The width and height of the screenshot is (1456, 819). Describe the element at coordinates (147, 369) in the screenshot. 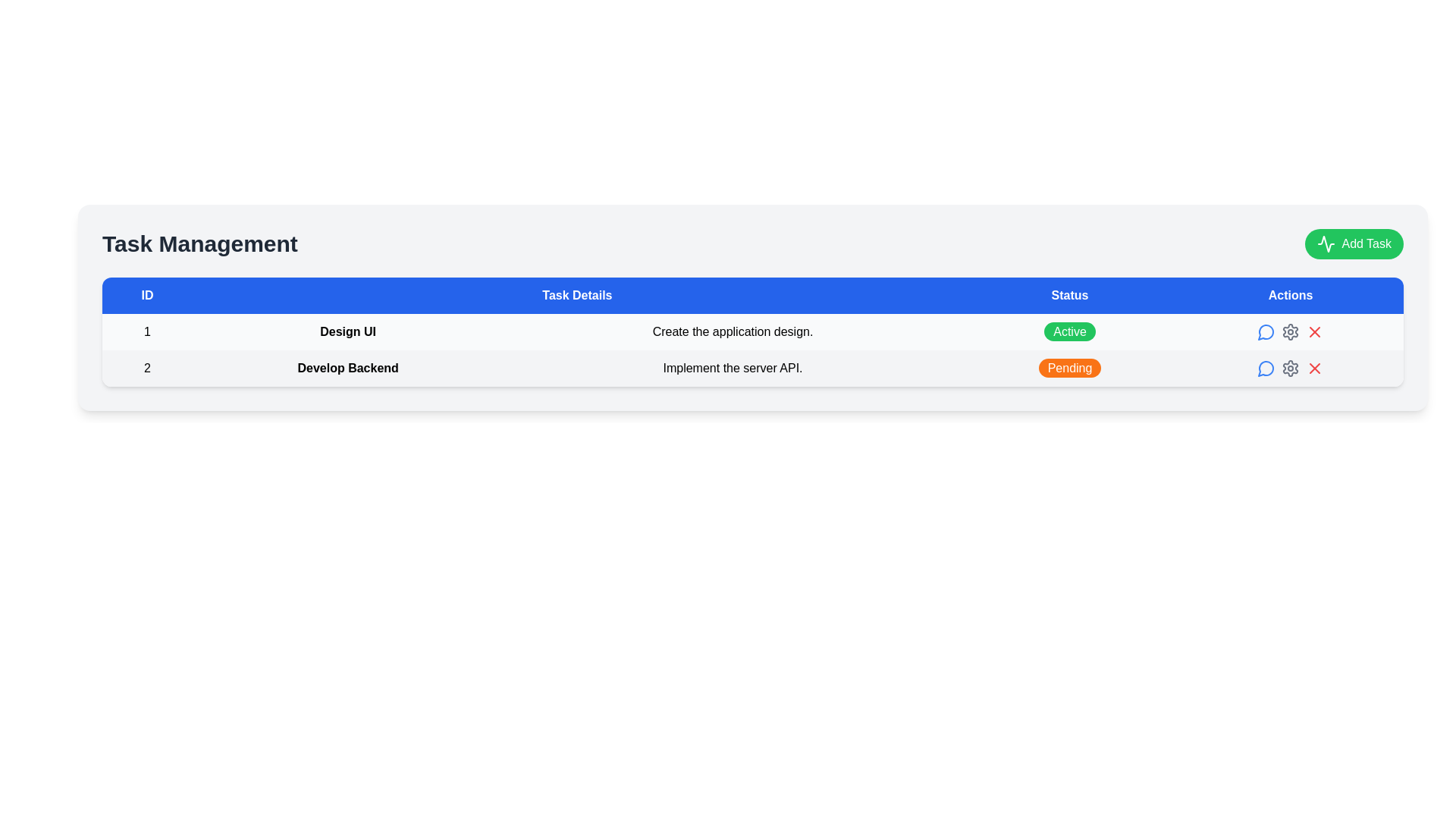

I see `the static text element displaying the number '2' in the ID column of the task table, which is positioned in the second row and has a light gray background` at that location.